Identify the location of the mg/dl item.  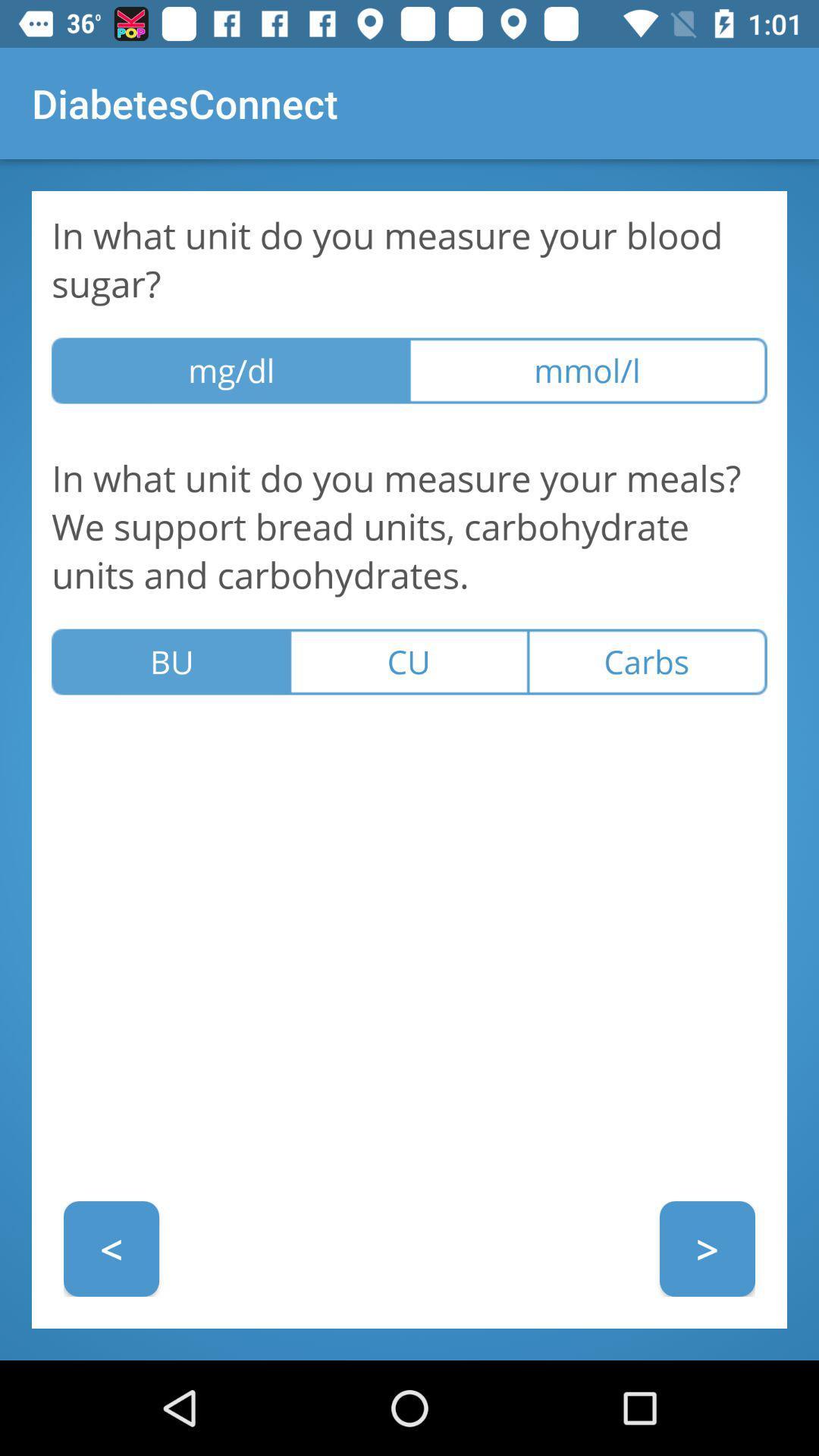
(231, 371).